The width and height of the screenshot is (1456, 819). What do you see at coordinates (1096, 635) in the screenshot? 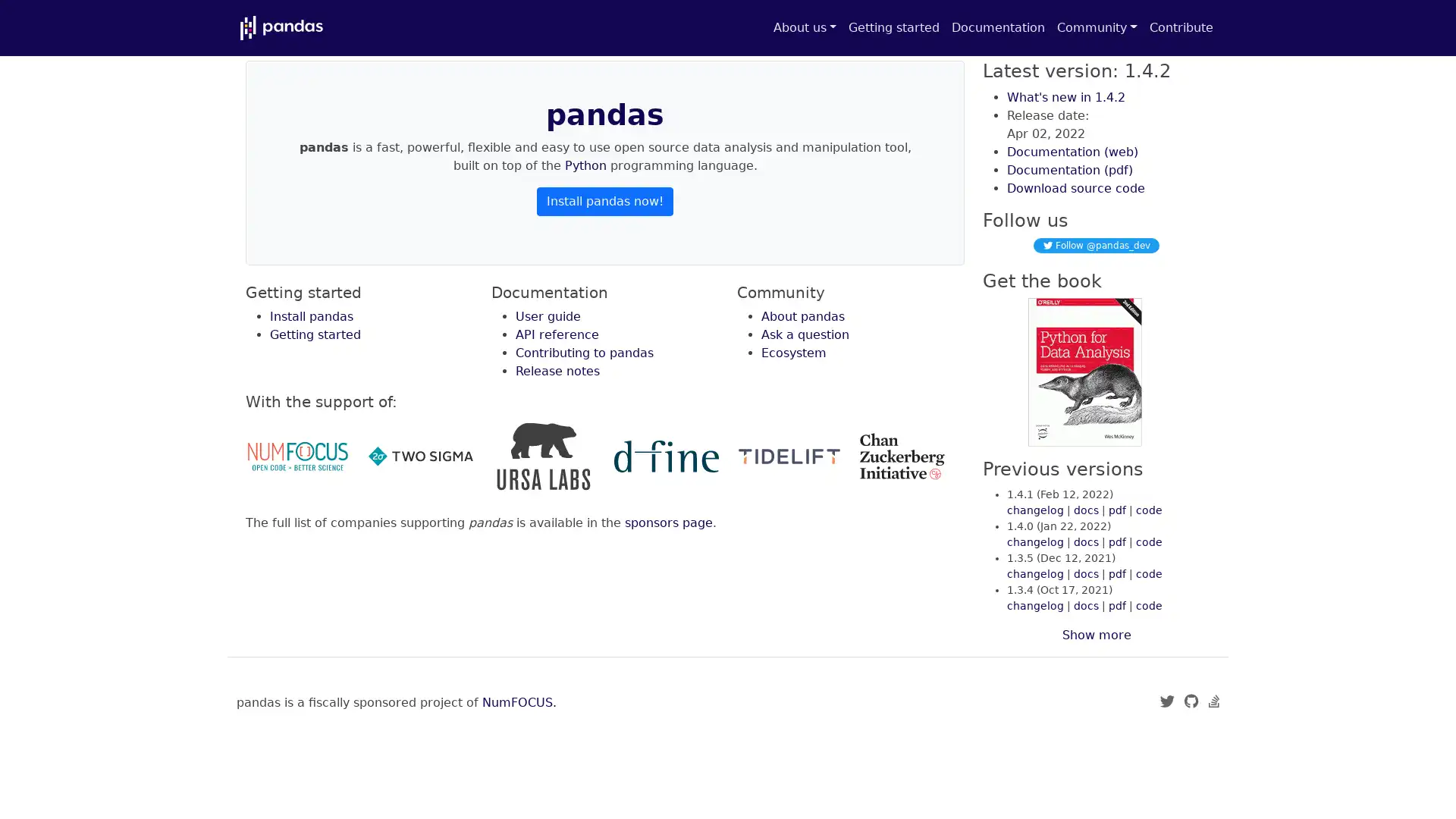
I see `Show more` at bounding box center [1096, 635].